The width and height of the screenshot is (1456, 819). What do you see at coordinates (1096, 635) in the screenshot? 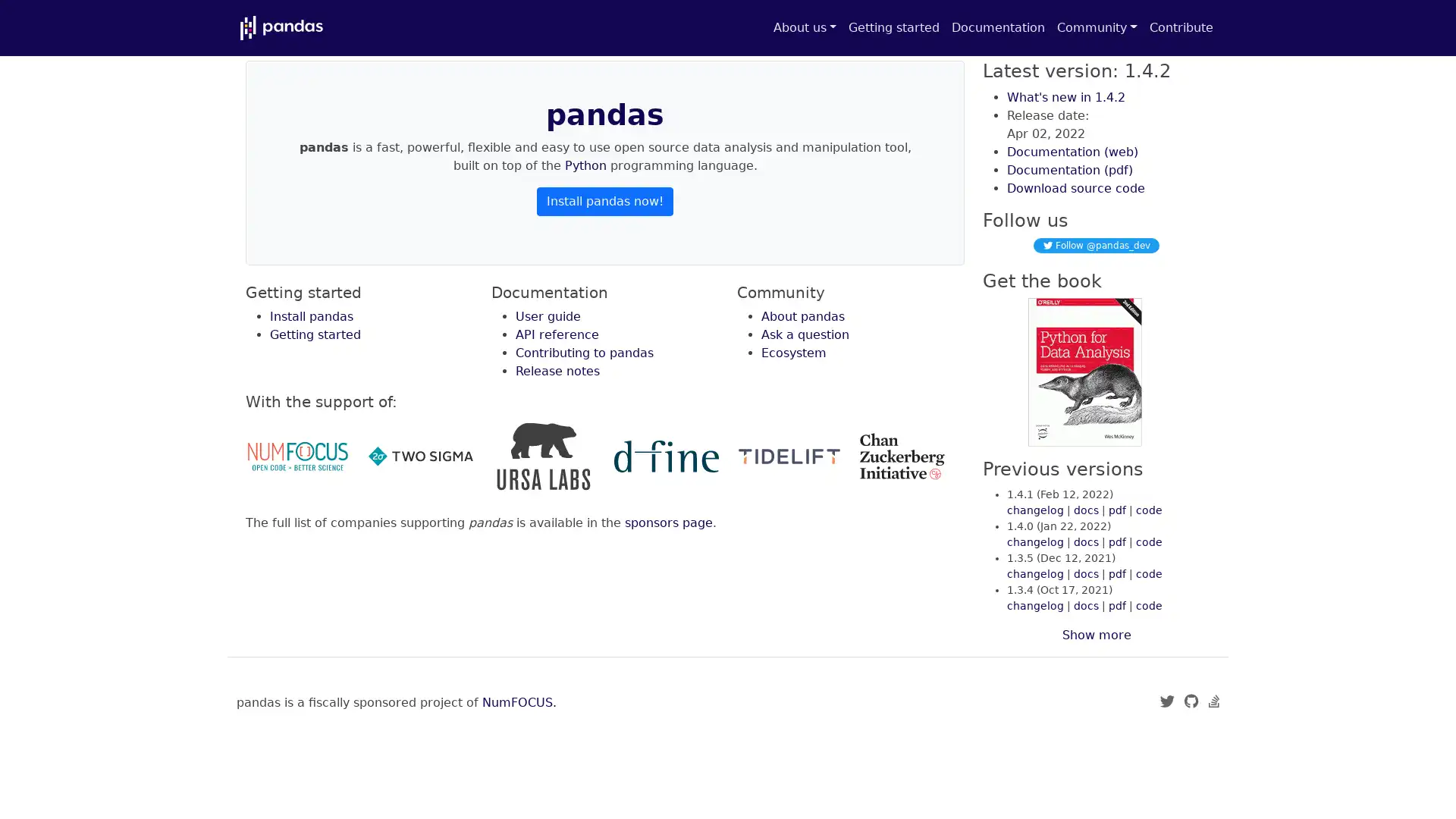
I see `Show more` at bounding box center [1096, 635].